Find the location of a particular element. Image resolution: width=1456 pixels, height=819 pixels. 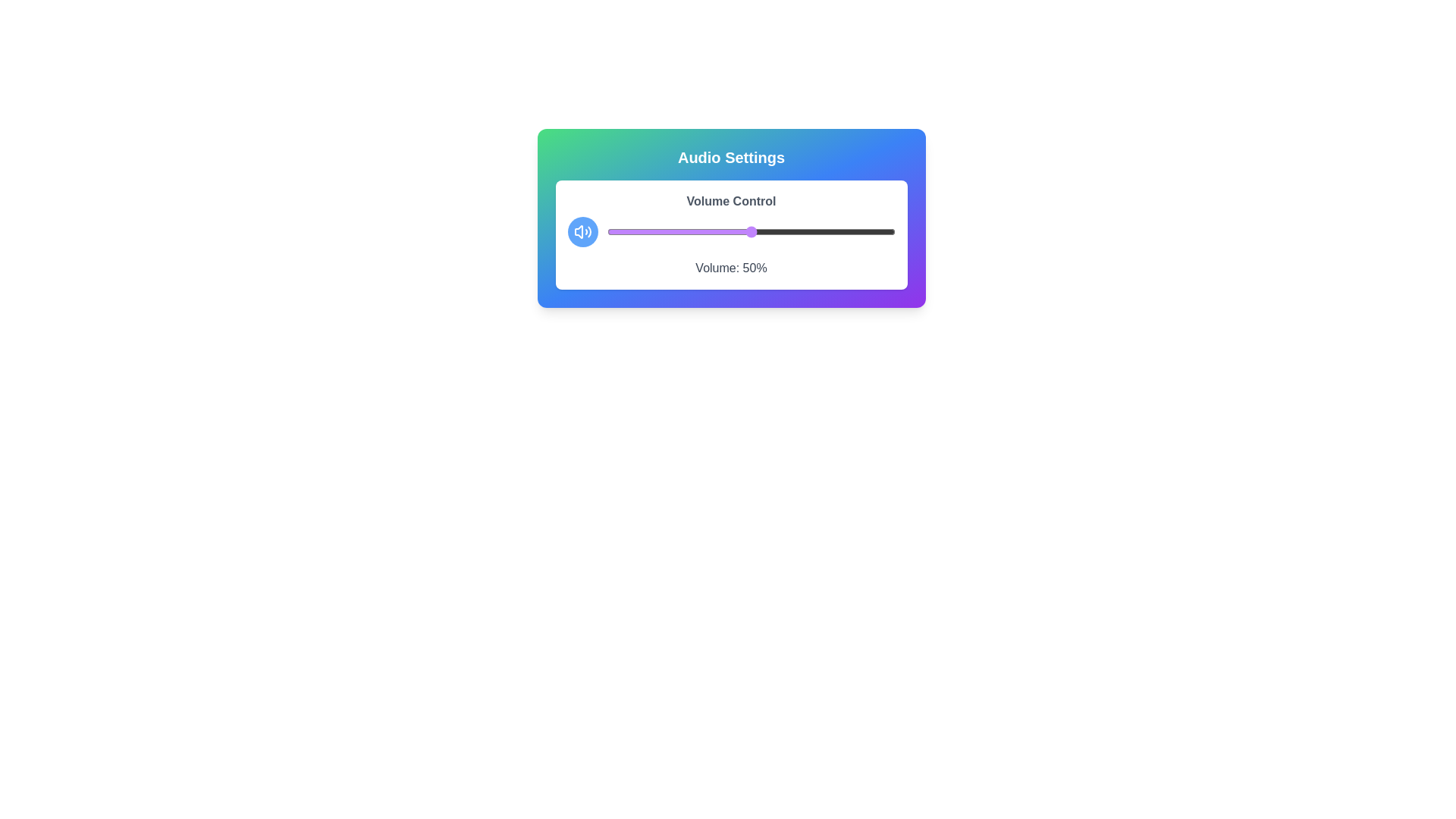

volume is located at coordinates (866, 231).